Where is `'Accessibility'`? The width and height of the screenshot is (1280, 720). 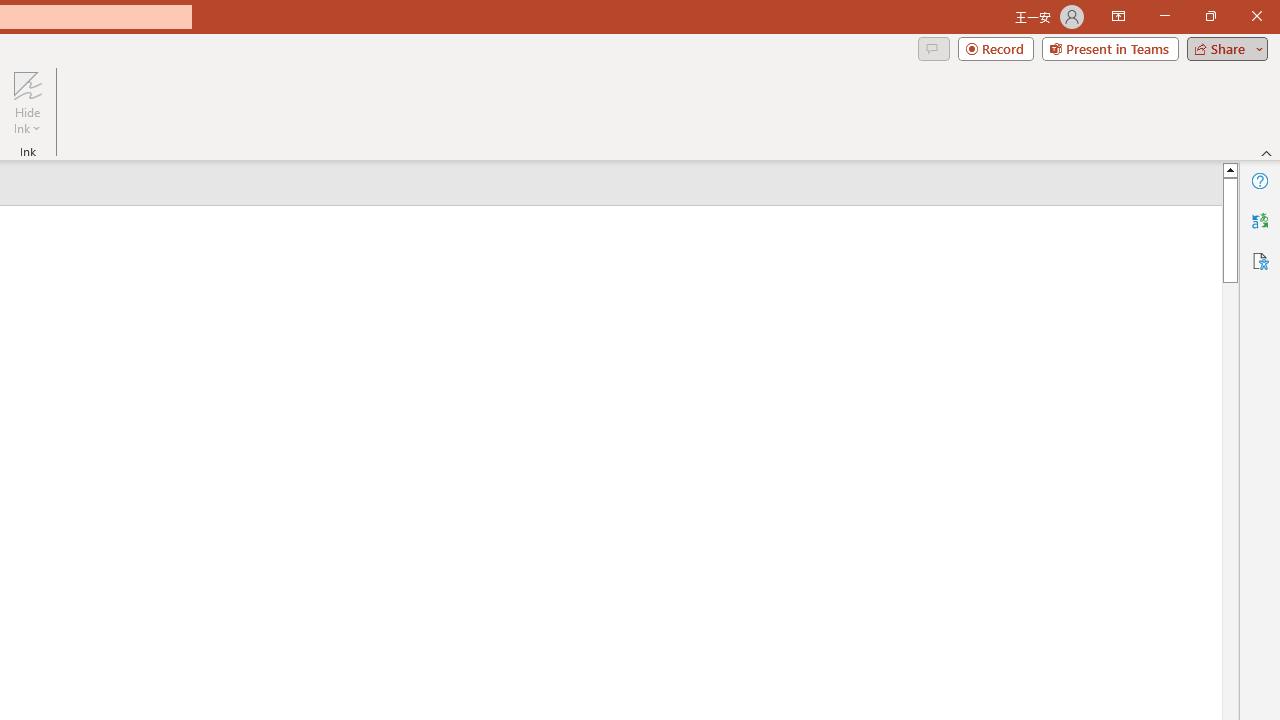 'Accessibility' is located at coordinates (1259, 260).